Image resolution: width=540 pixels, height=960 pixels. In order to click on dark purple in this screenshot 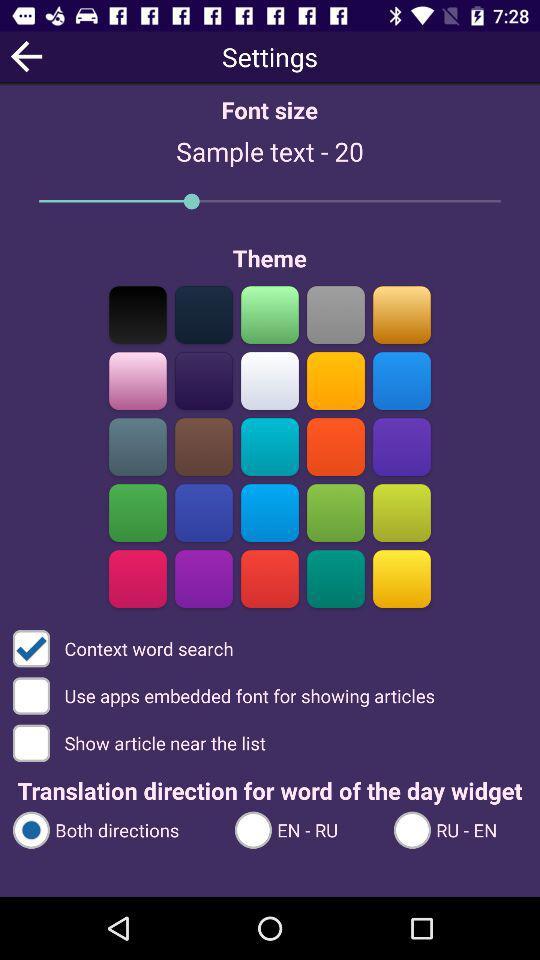, I will do `click(203, 578)`.